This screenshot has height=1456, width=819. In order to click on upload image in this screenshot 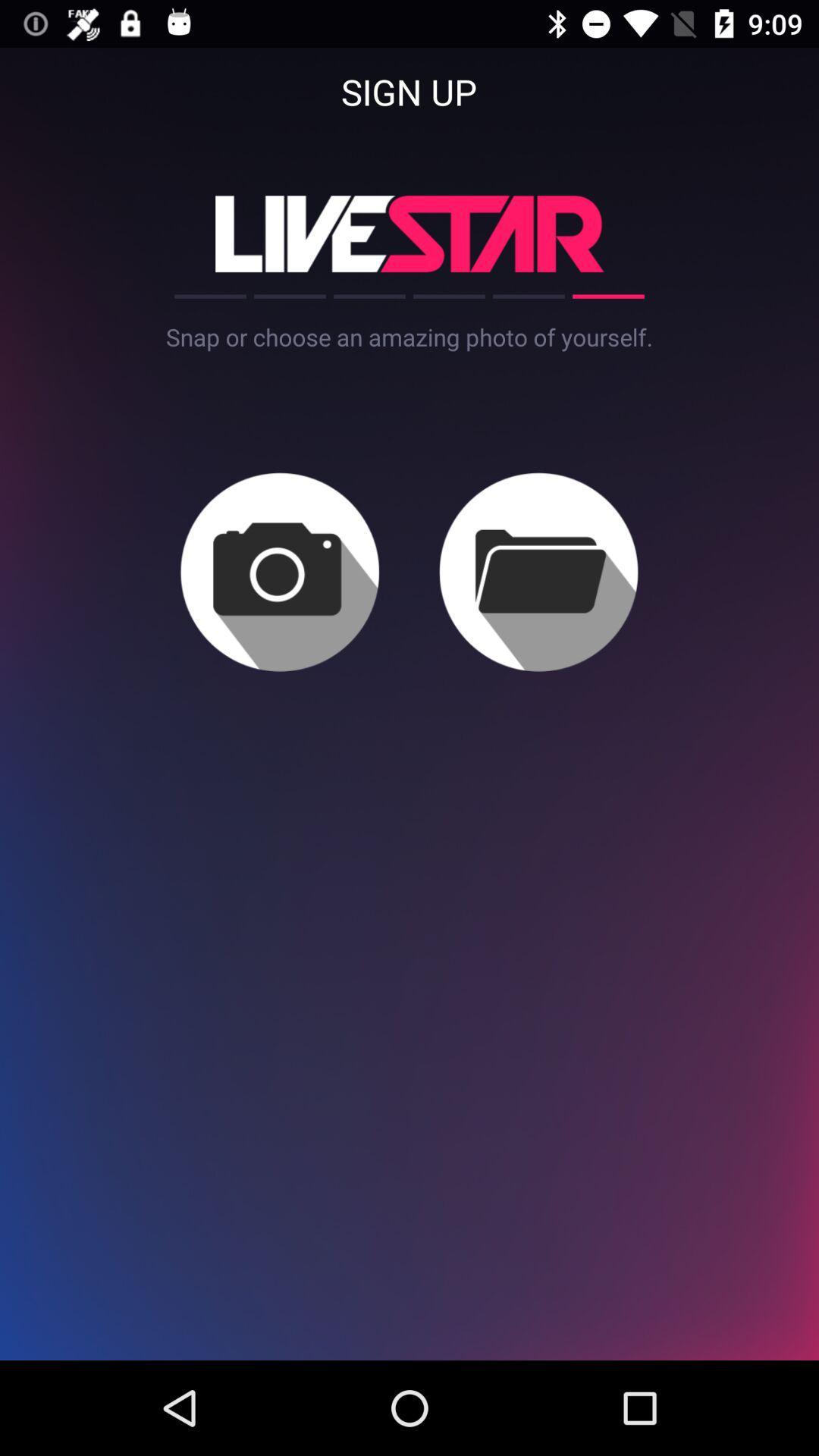, I will do `click(280, 571)`.